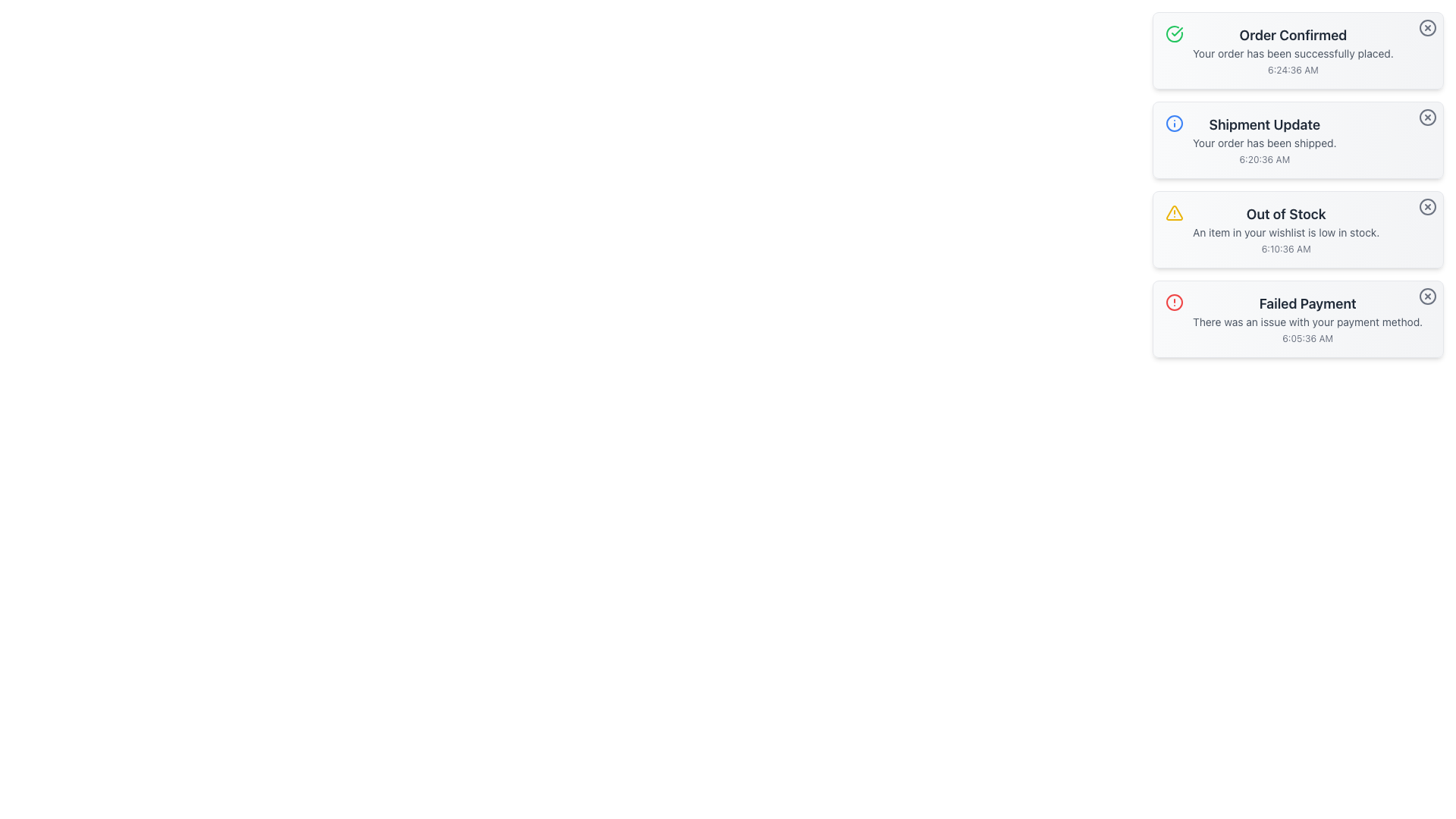 This screenshot has width=1456, height=819. What do you see at coordinates (1292, 49) in the screenshot?
I see `the 'Order Confirmed' text block in the first notification card, which displays three lines of confirmation details` at bounding box center [1292, 49].